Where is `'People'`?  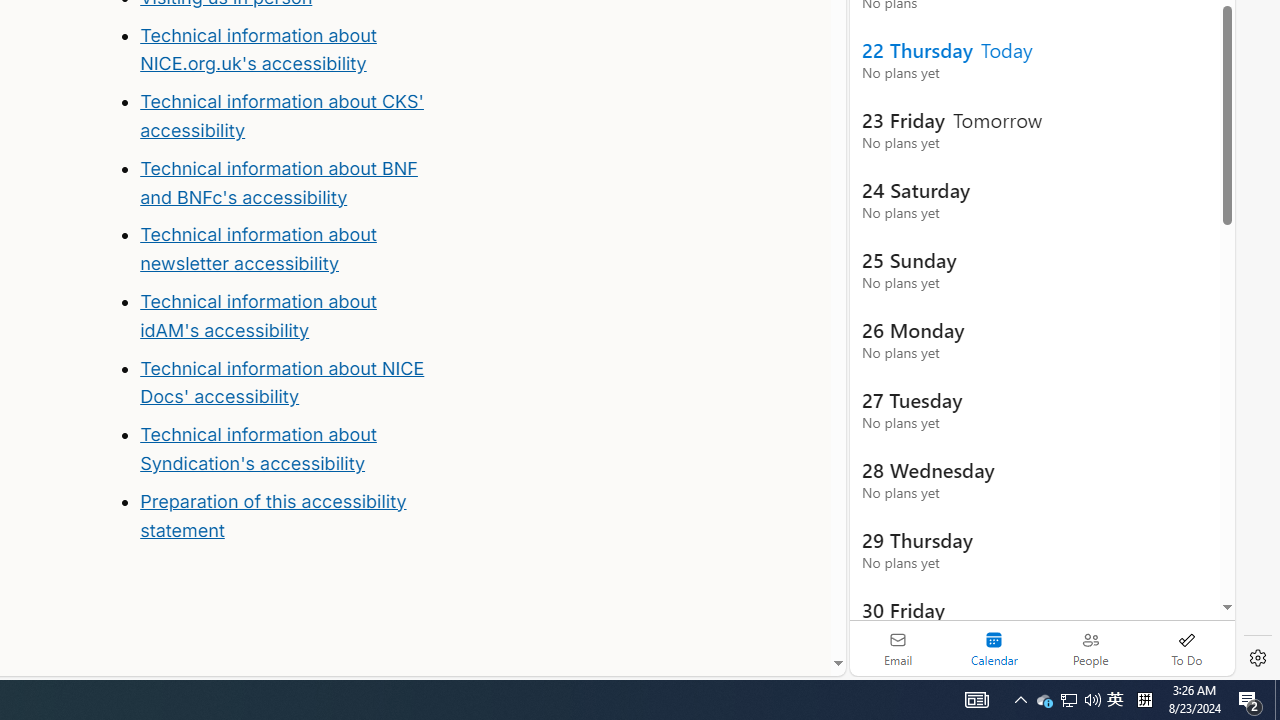
'People' is located at coordinates (1089, 648).